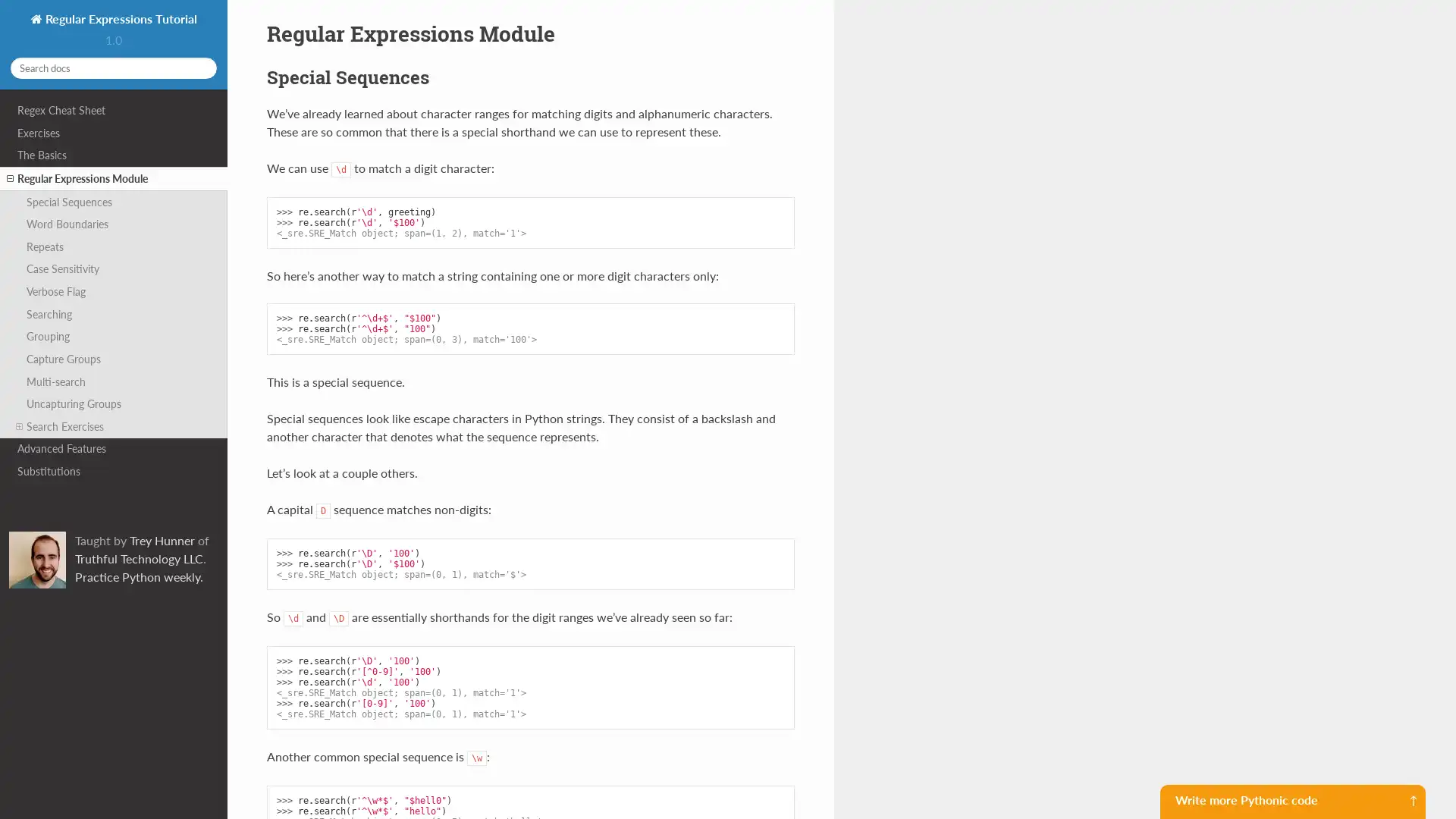  Describe the element at coordinates (1291, 760) in the screenshot. I see `Sign me up for Python Morsels!` at that location.